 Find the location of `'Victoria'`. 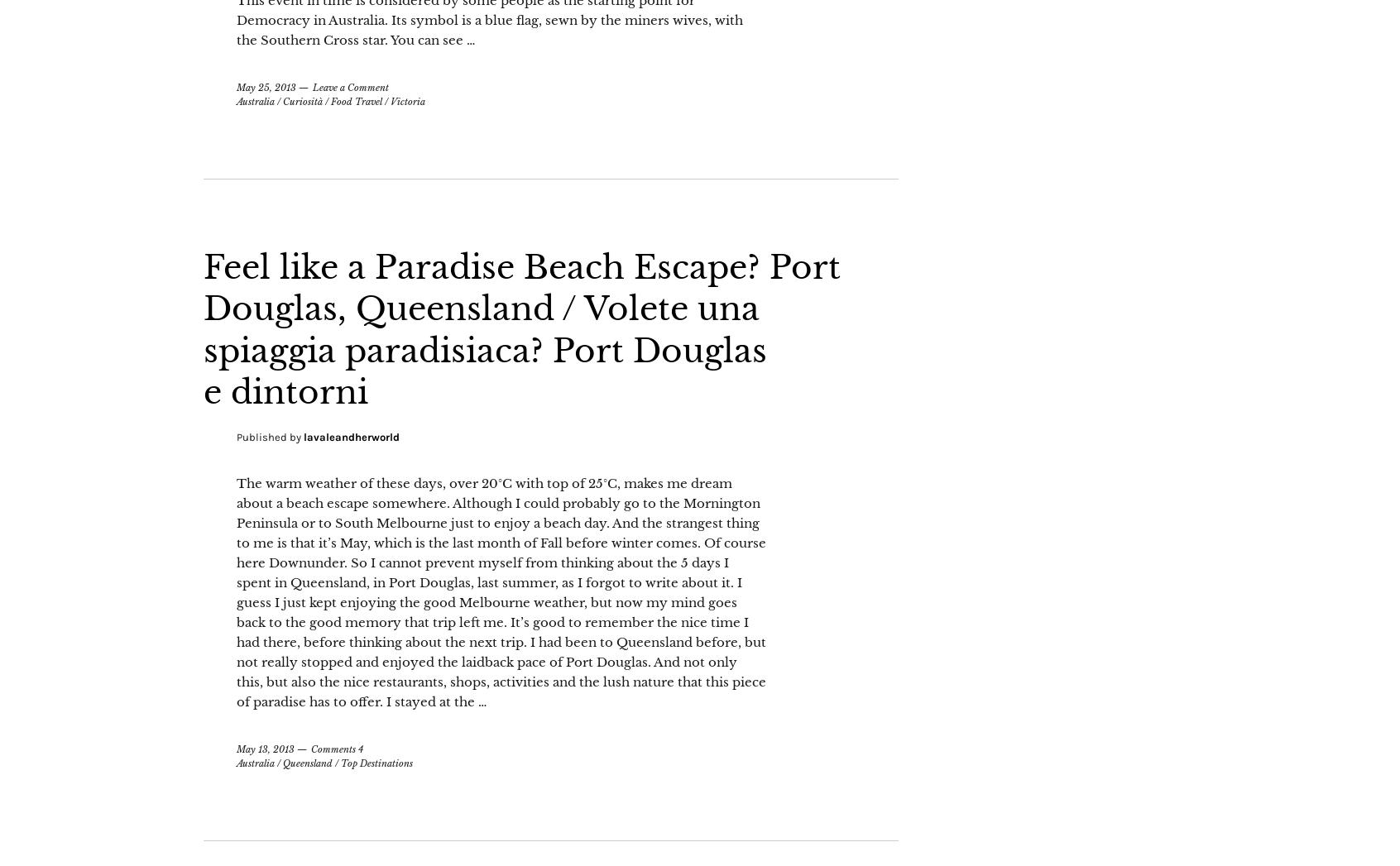

'Victoria' is located at coordinates (390, 142).